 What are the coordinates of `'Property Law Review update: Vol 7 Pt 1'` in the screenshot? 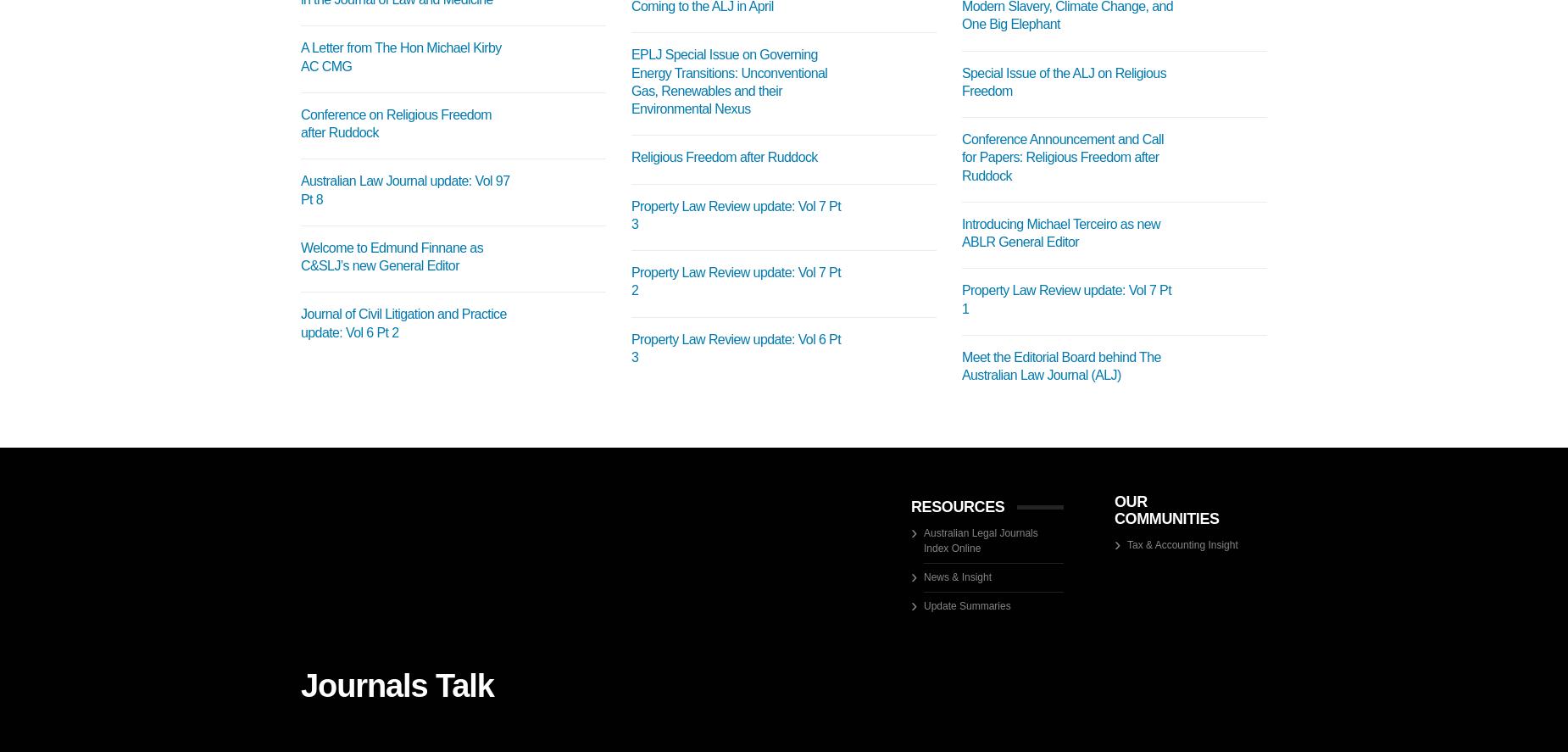 It's located at (960, 298).